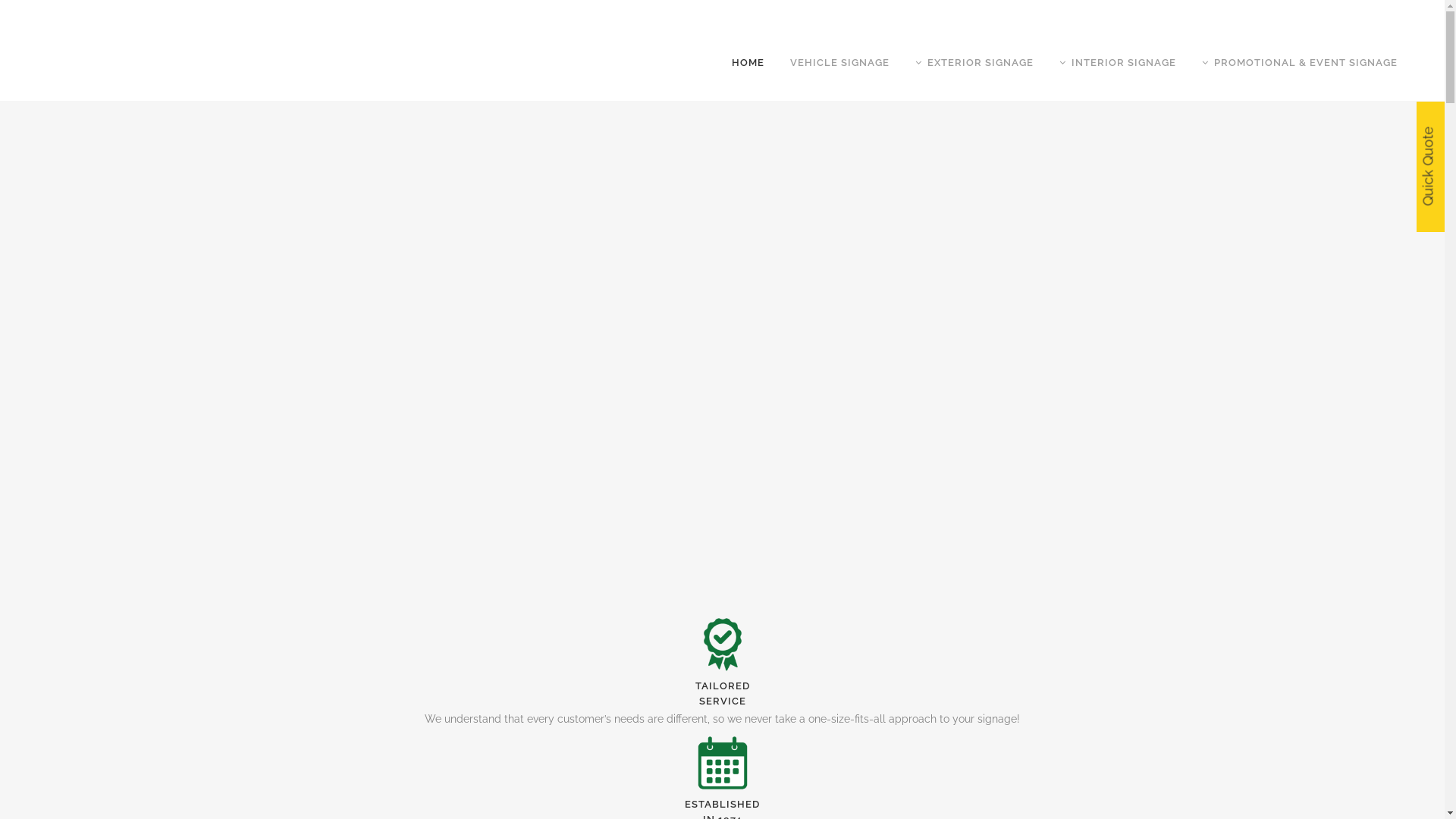 This screenshot has height=819, width=1456. Describe the element at coordinates (839, 62) in the screenshot. I see `'VEHICLE SIGNAGE'` at that location.